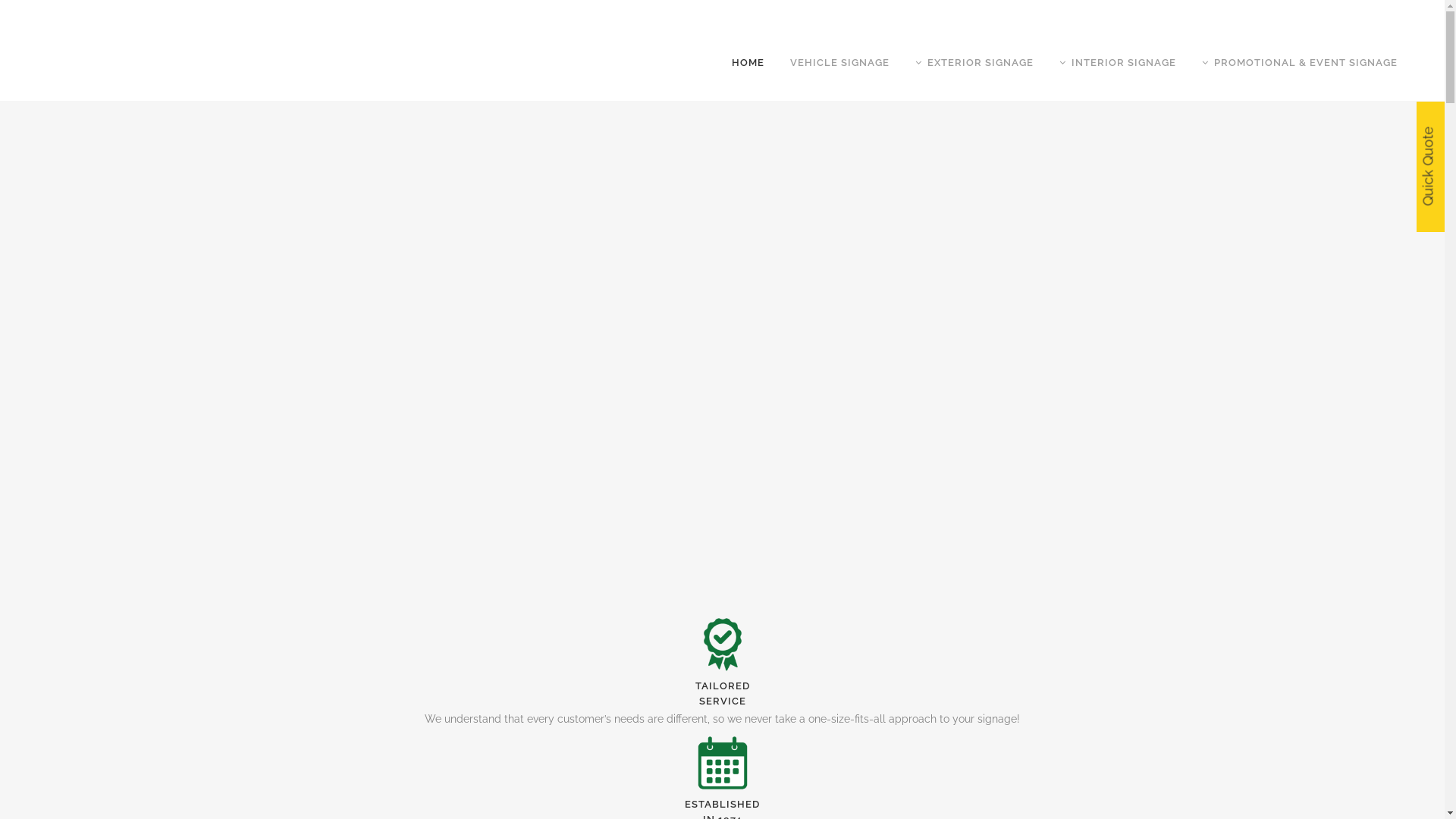 This screenshot has height=819, width=1456. Describe the element at coordinates (839, 62) in the screenshot. I see `'VEHICLE SIGNAGE'` at that location.